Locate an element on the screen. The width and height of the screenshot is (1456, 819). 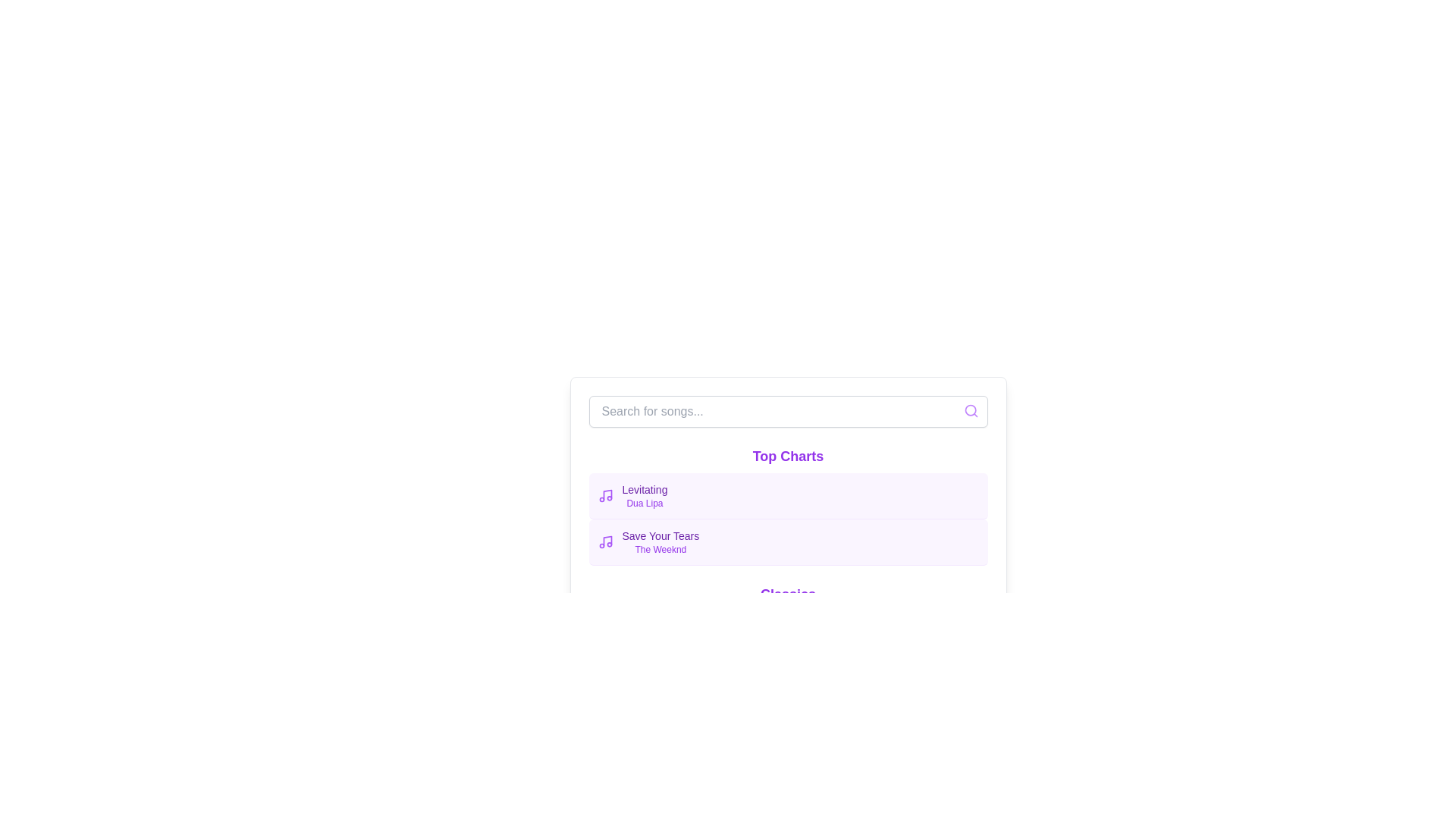
the text label group that contains 'Save Your Tears' and 'The Weeknd' is located at coordinates (661, 541).